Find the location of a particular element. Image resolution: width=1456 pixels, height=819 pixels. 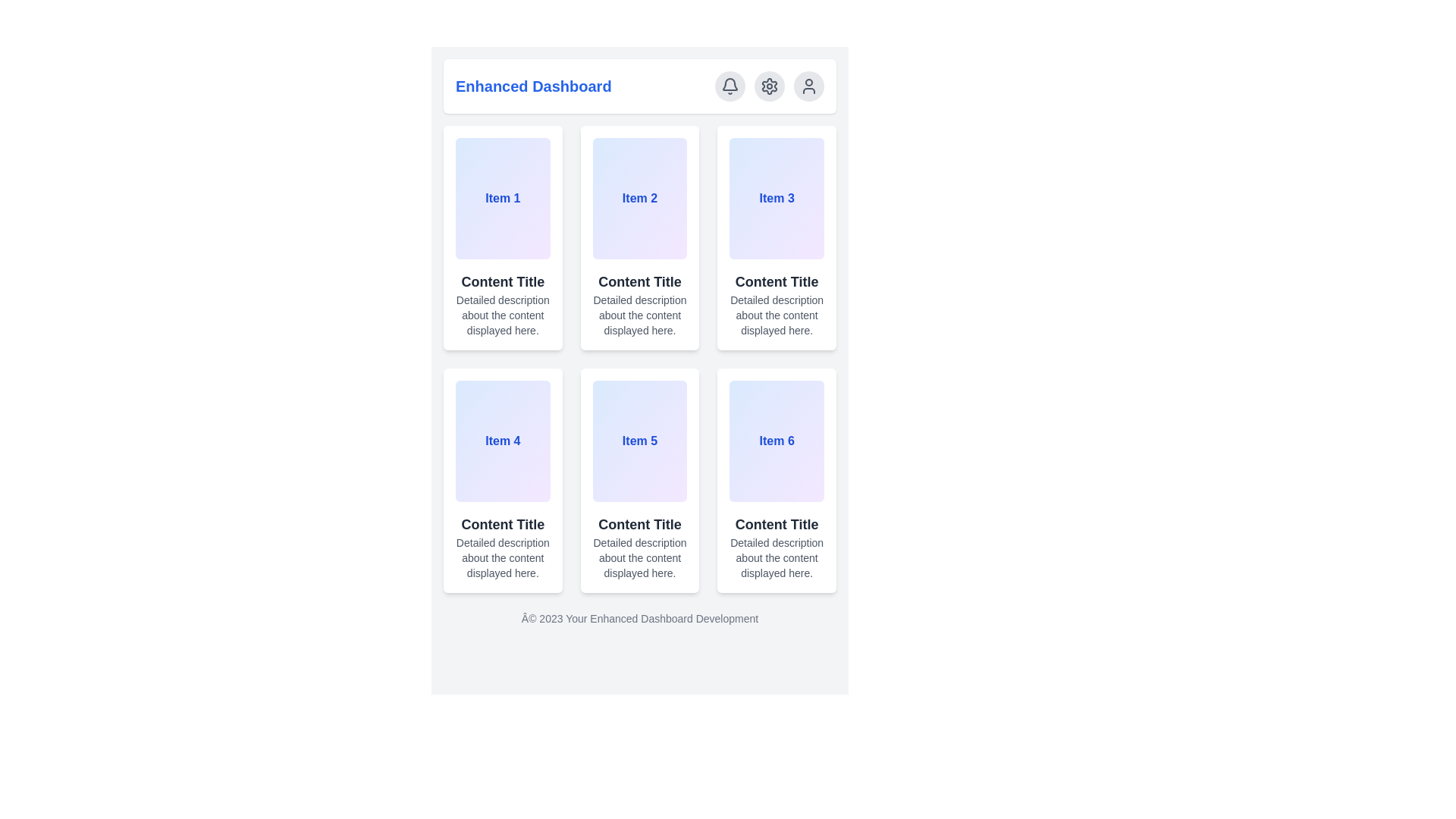

the Informational Card that displays 'Item 4' and its content, located in the second row, first column of the dashboard interface is located at coordinates (503, 480).